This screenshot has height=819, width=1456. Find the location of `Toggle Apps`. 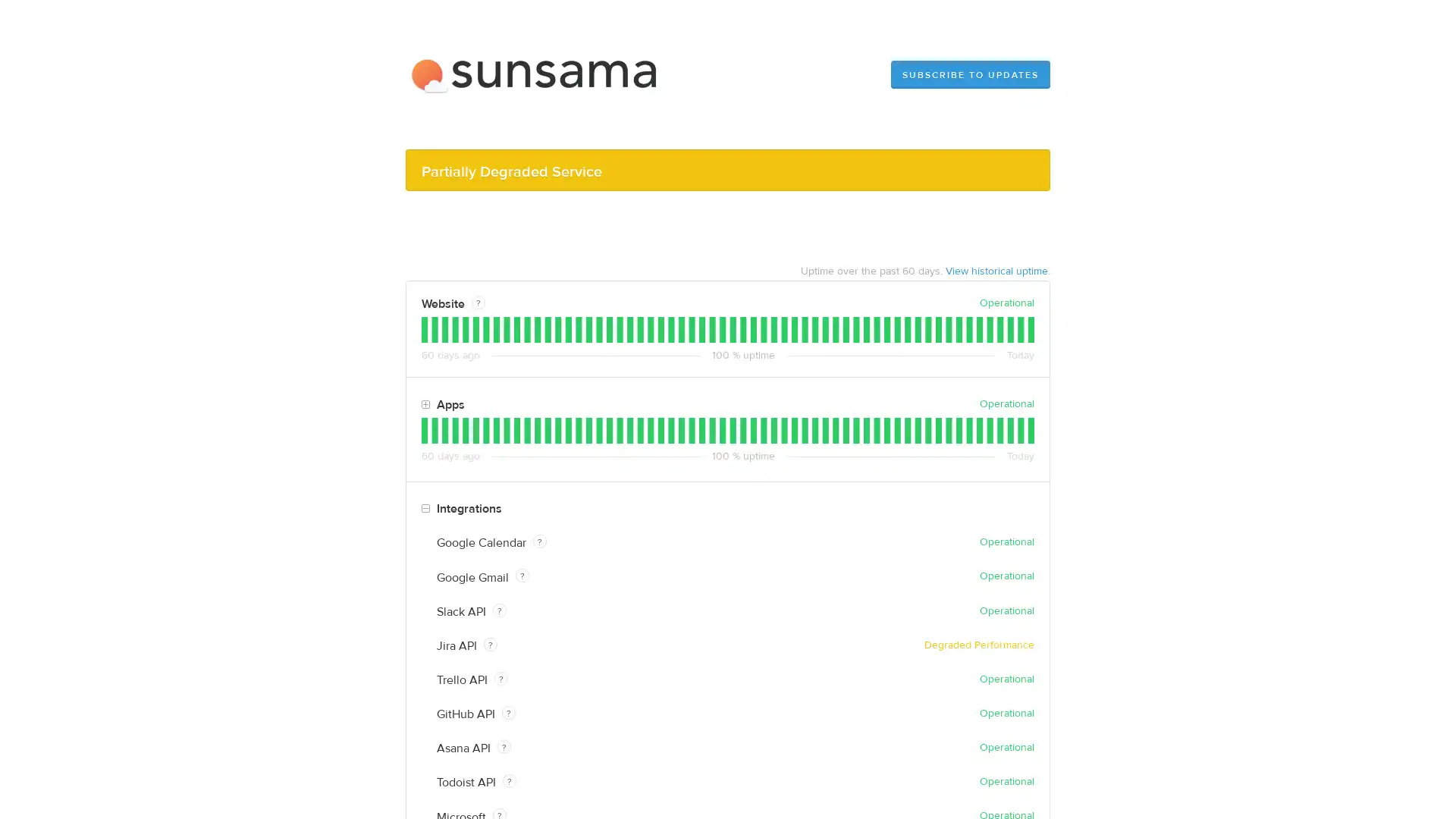

Toggle Apps is located at coordinates (425, 403).